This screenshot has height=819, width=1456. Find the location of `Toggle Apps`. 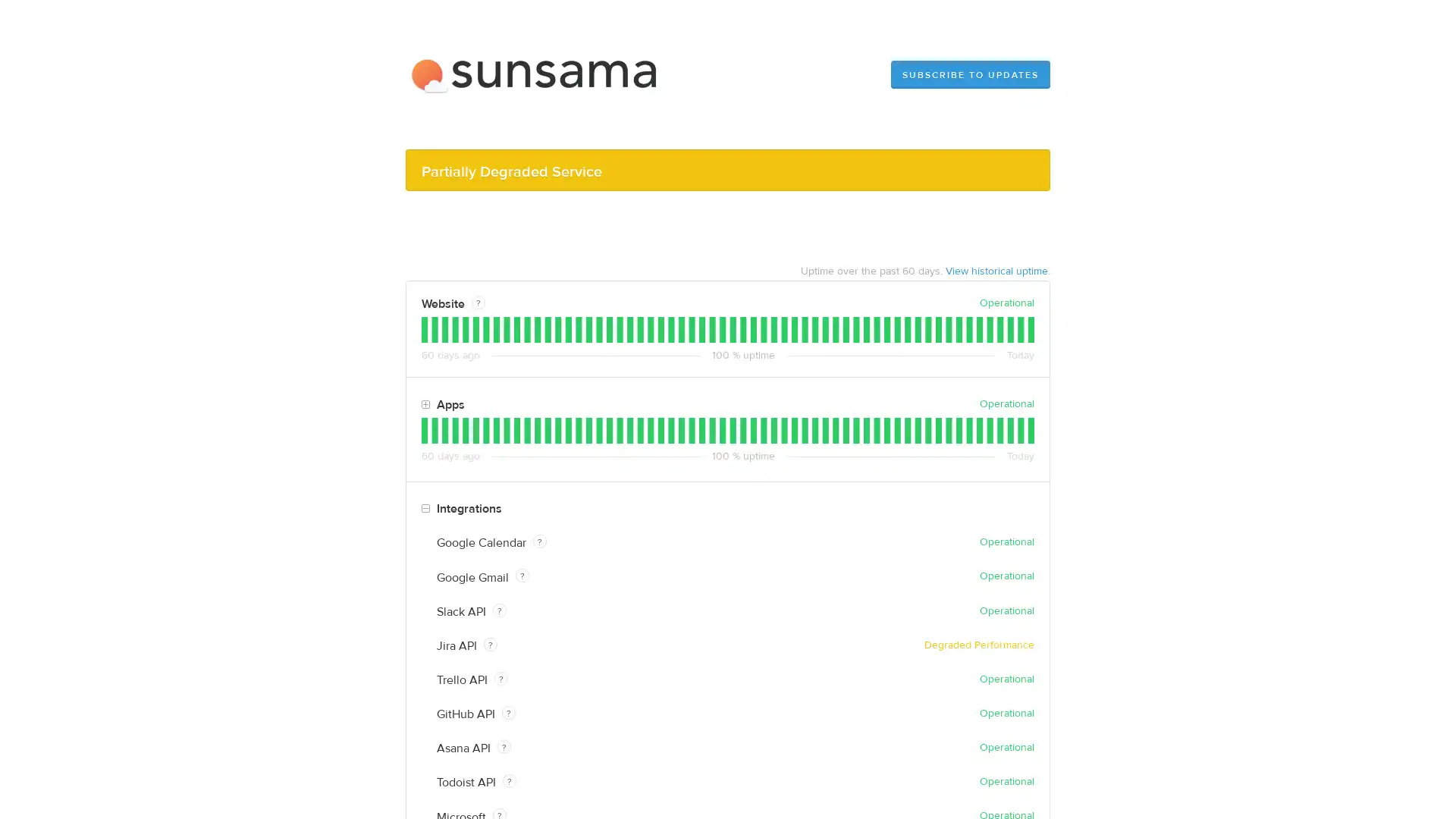

Toggle Apps is located at coordinates (425, 403).